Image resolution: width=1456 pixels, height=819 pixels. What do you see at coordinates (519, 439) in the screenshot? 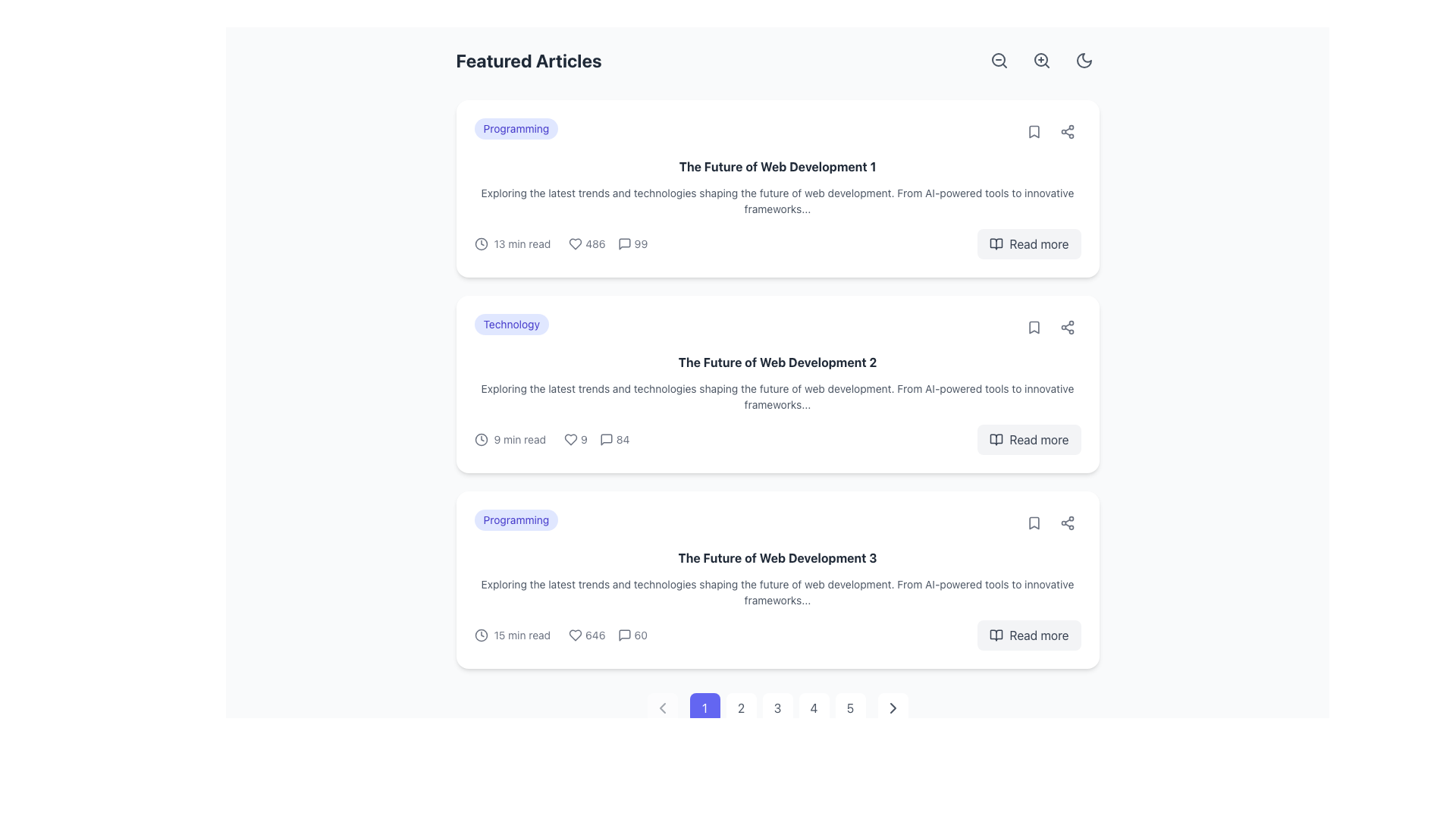
I see `the text label displaying '9 min read' which indicates the duration of the article, located in the second article card beneath the article description` at bounding box center [519, 439].